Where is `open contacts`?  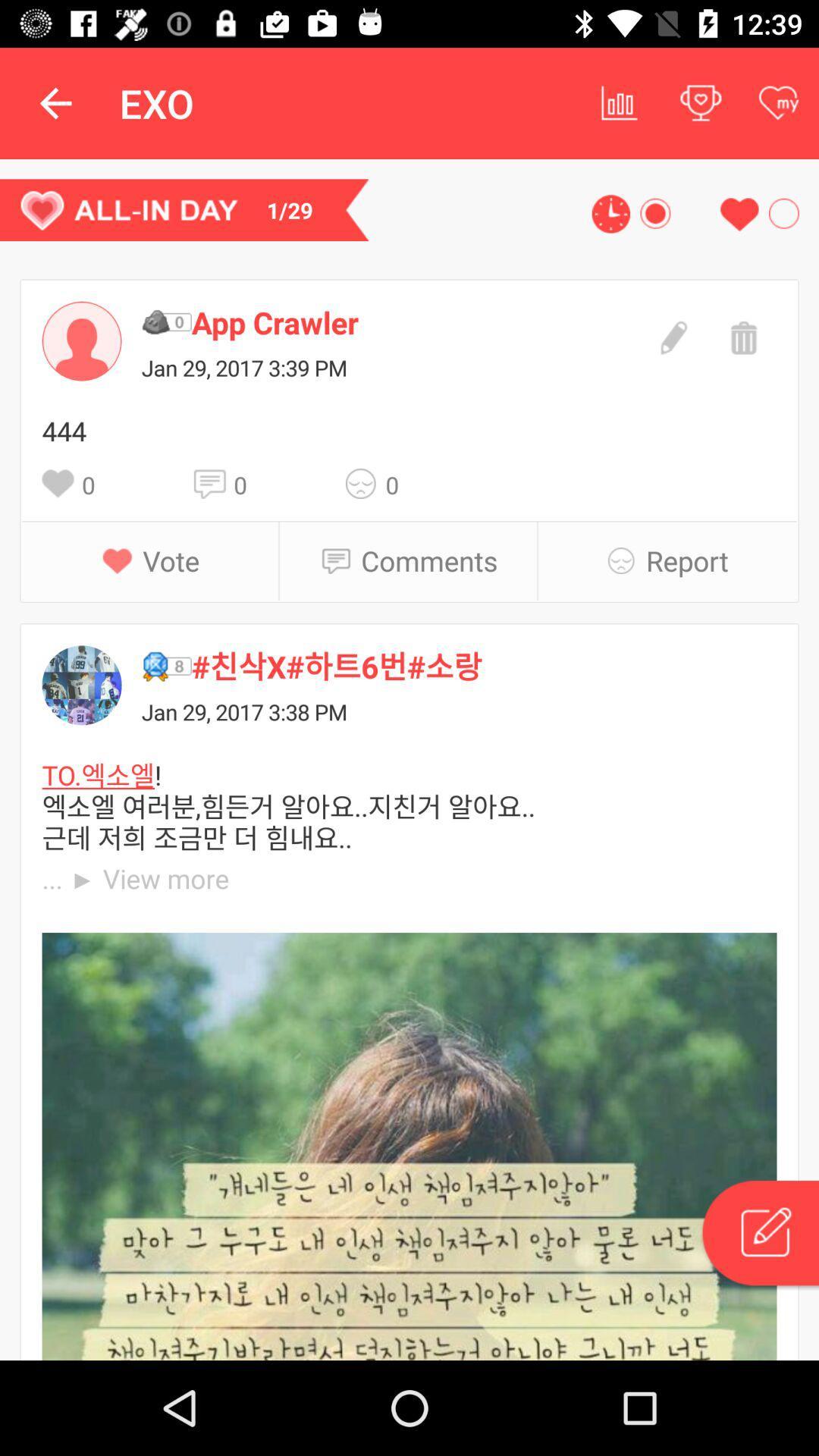 open contacts is located at coordinates (82, 340).